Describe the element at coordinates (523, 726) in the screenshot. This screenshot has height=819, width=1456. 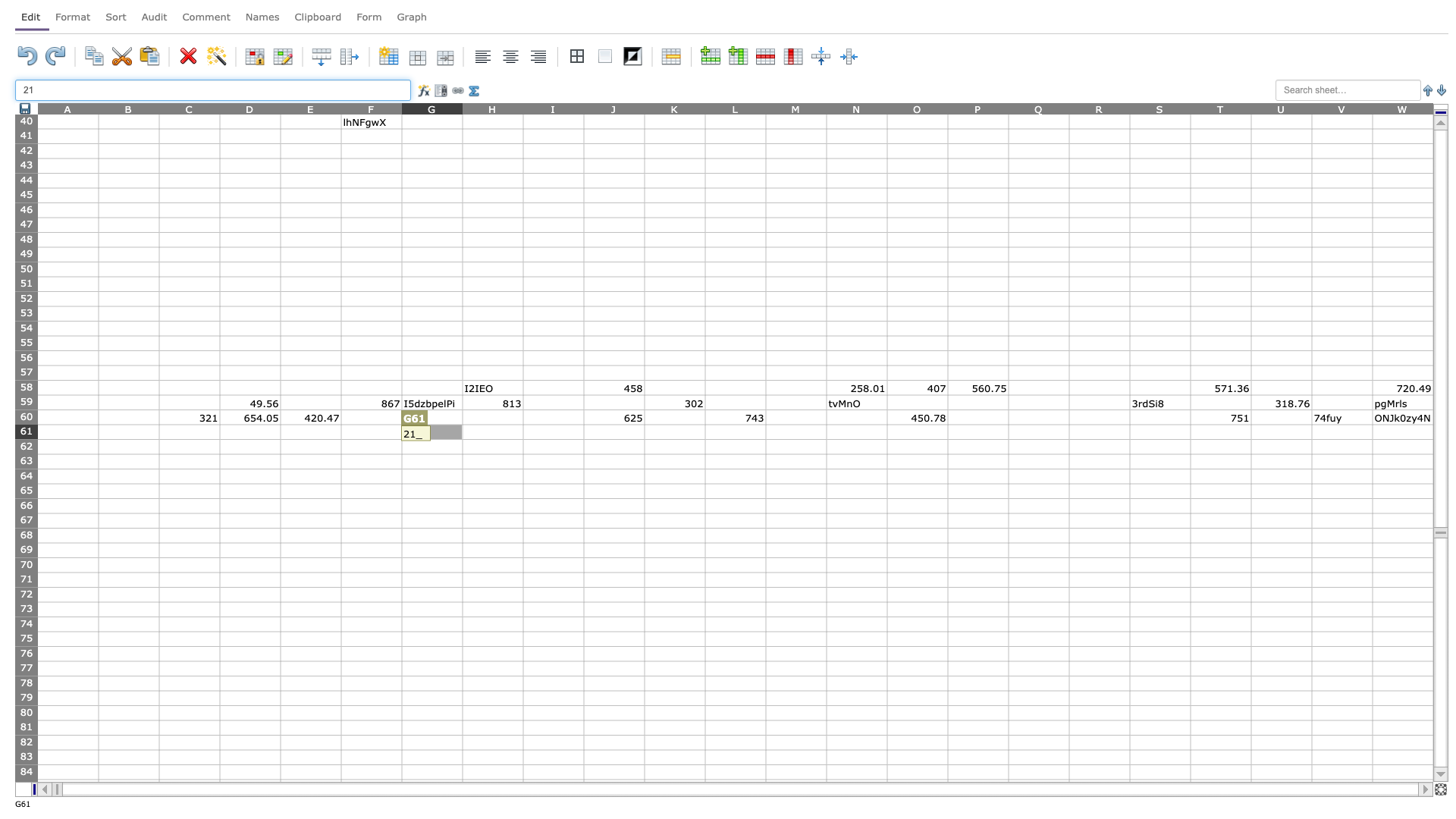
I see `right border at column H row 81` at that location.